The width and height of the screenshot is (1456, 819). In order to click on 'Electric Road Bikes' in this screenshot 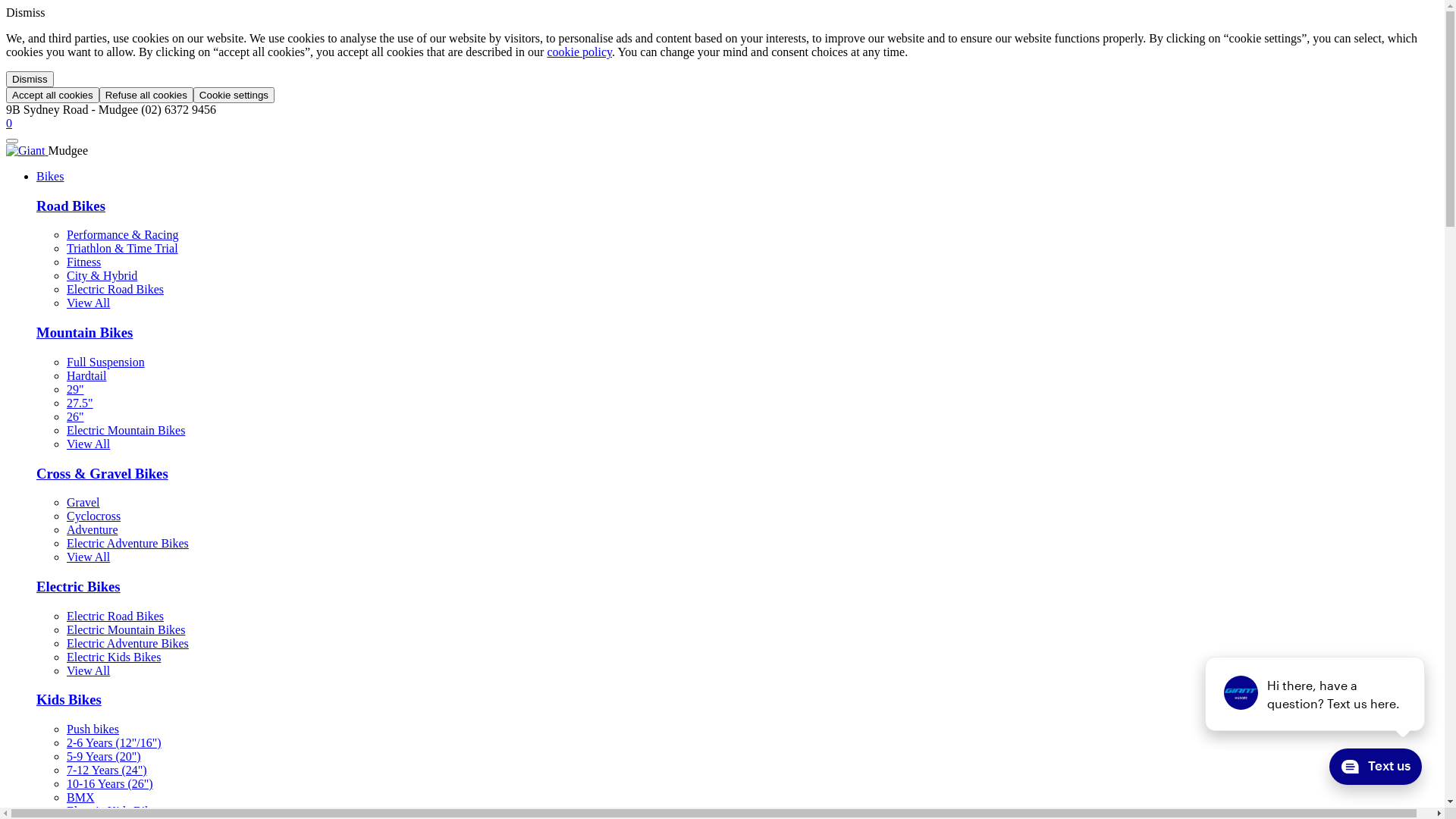, I will do `click(115, 289)`.